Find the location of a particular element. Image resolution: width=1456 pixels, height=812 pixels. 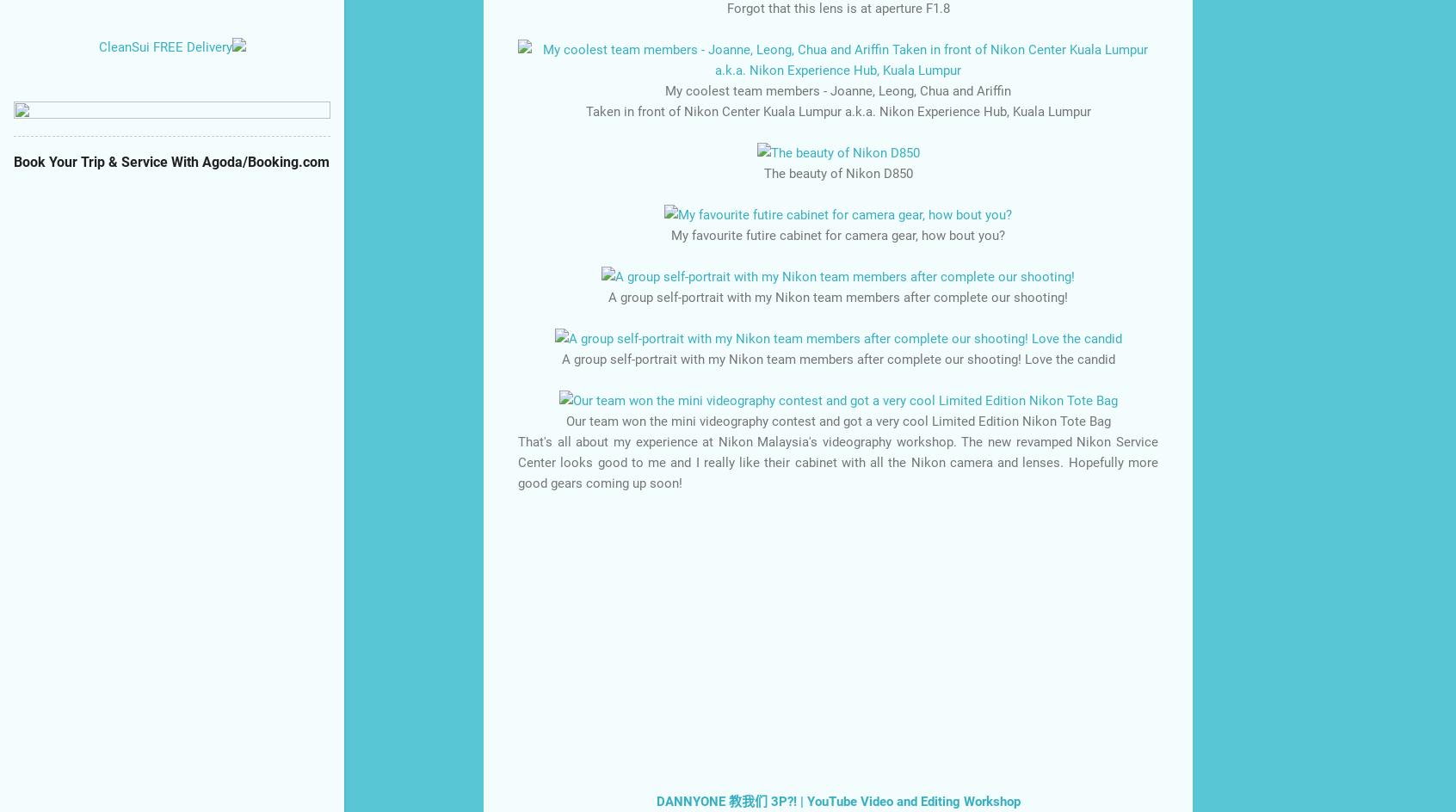

'A group self-portrait with my Nikon team members after complete our shooting! Love the candid' is located at coordinates (837, 357).